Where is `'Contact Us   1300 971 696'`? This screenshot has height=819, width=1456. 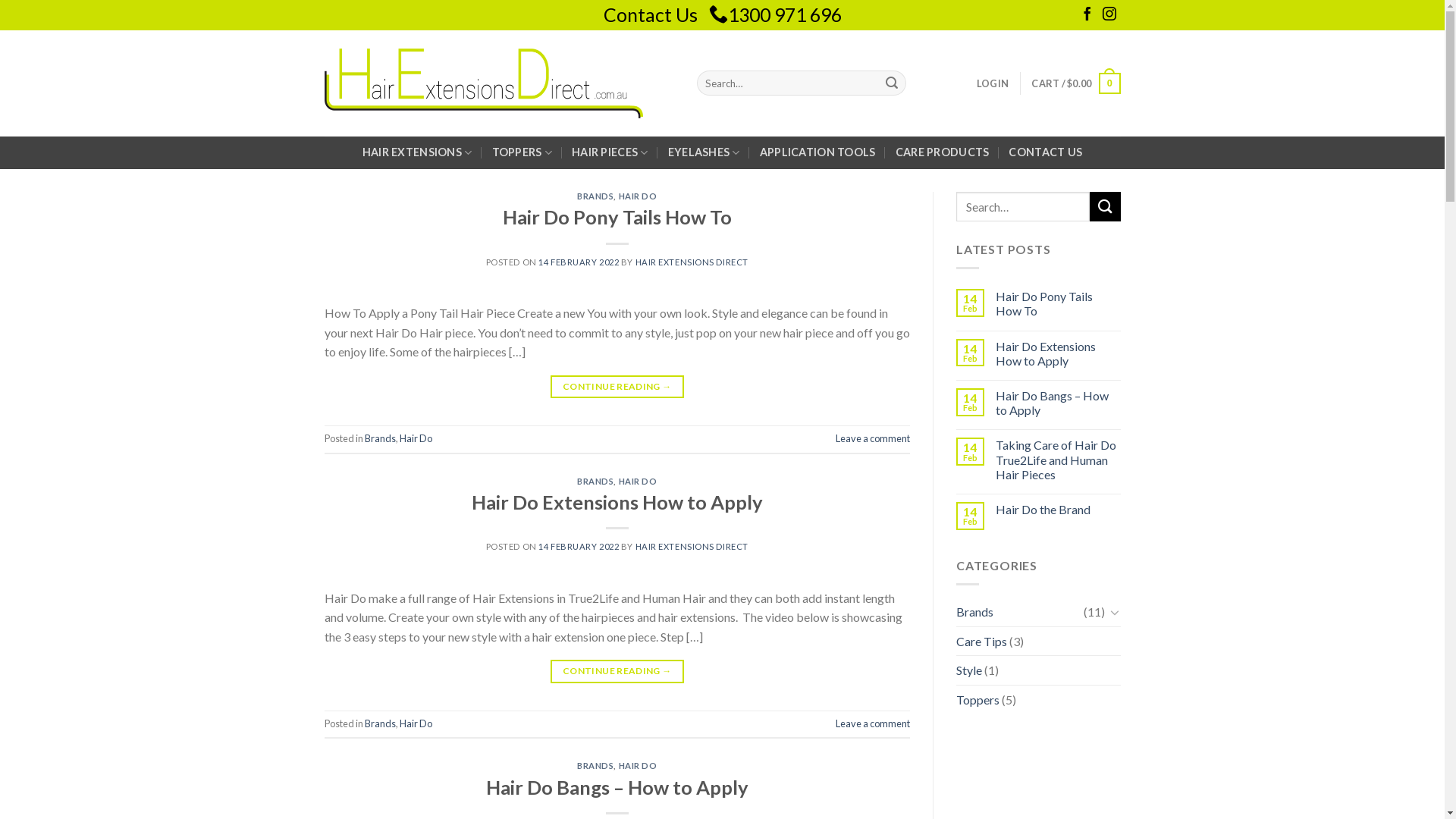
'Contact Us   1300 971 696' is located at coordinates (722, 14).